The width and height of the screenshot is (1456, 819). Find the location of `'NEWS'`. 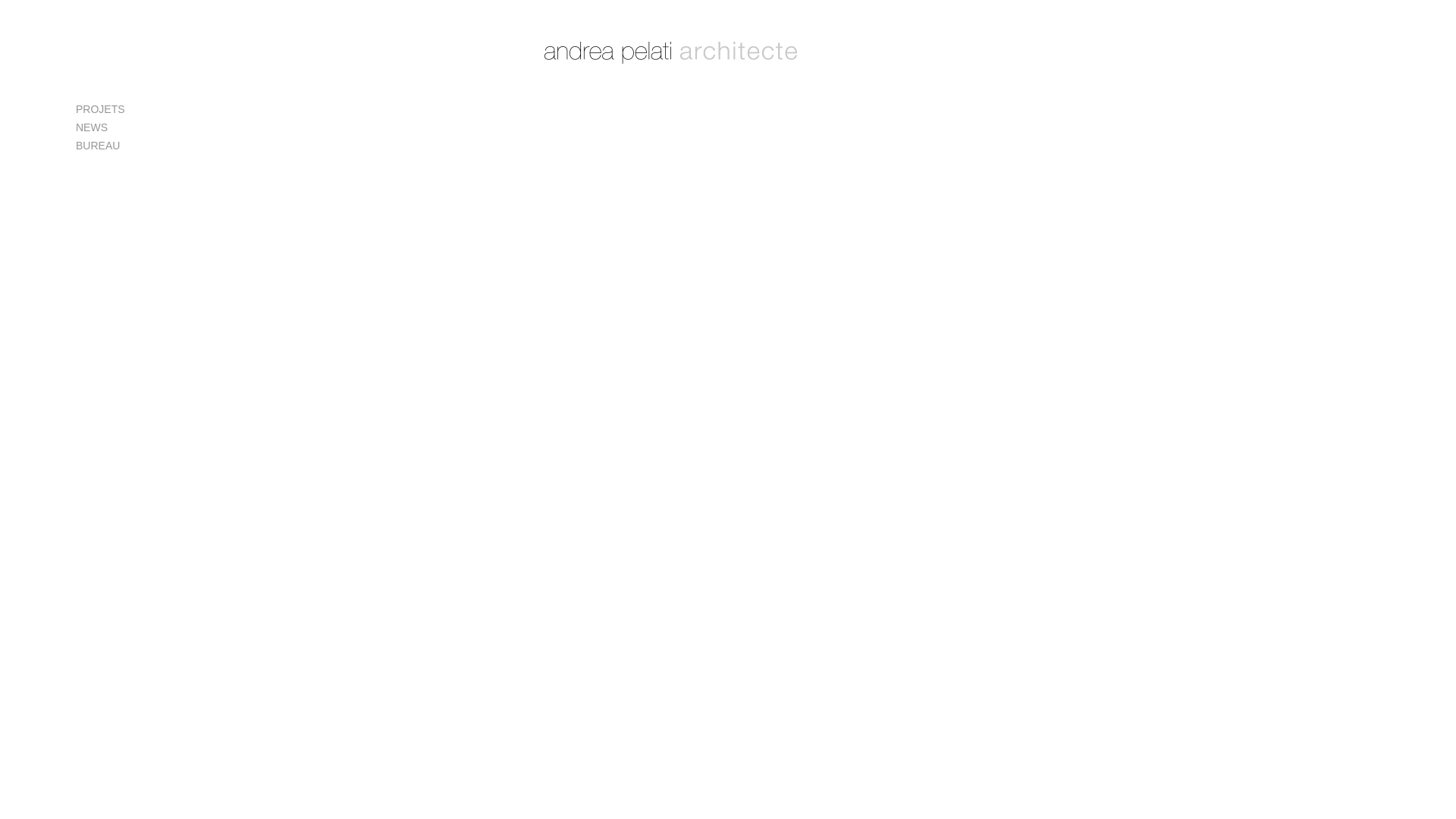

'NEWS' is located at coordinates (134, 127).